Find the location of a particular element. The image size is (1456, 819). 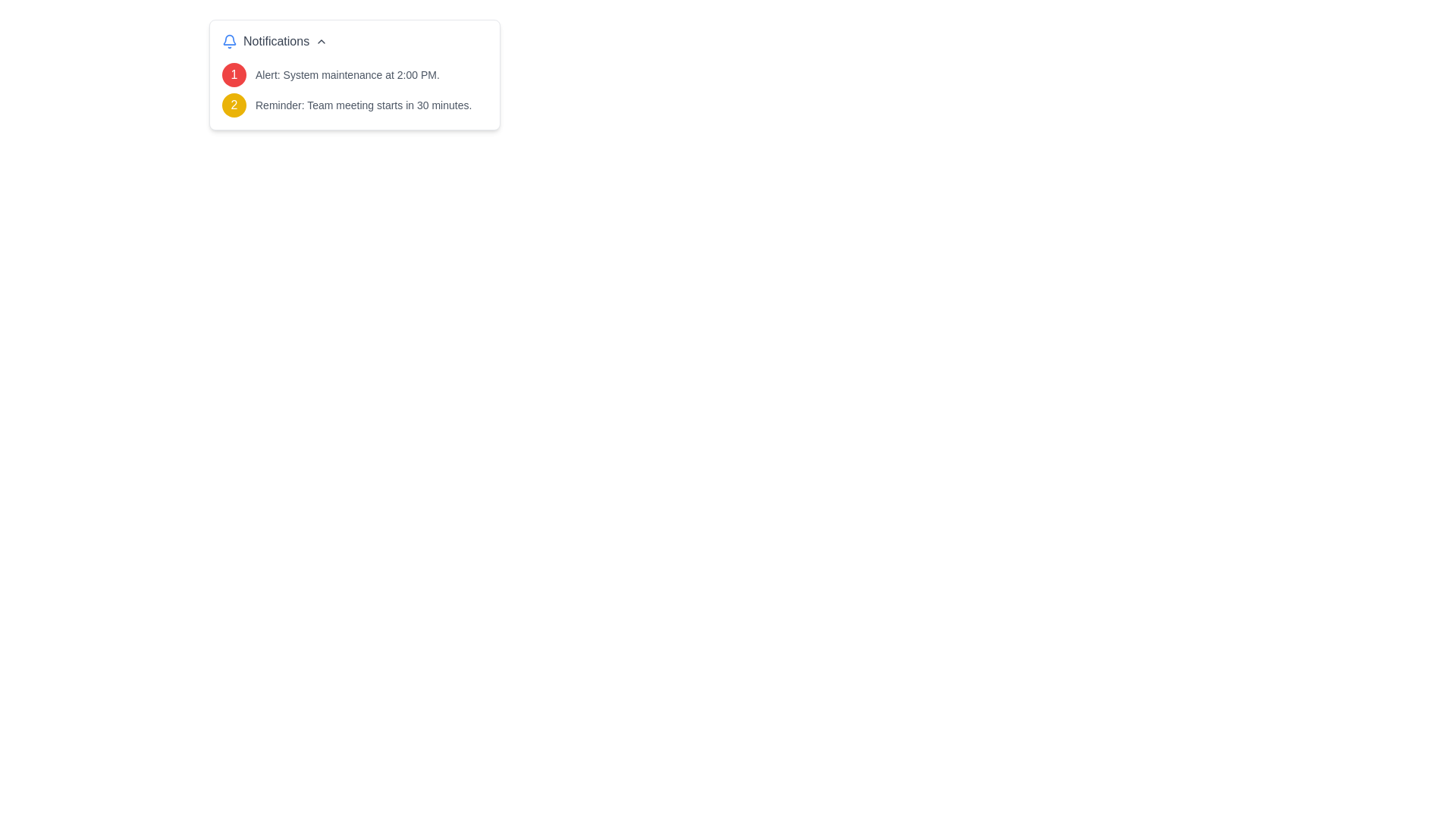

the notification item displaying a yellow circular badge with the number '2' and the text 'Reminder: Team meeting starts in 30 minutes.' is located at coordinates (353, 104).